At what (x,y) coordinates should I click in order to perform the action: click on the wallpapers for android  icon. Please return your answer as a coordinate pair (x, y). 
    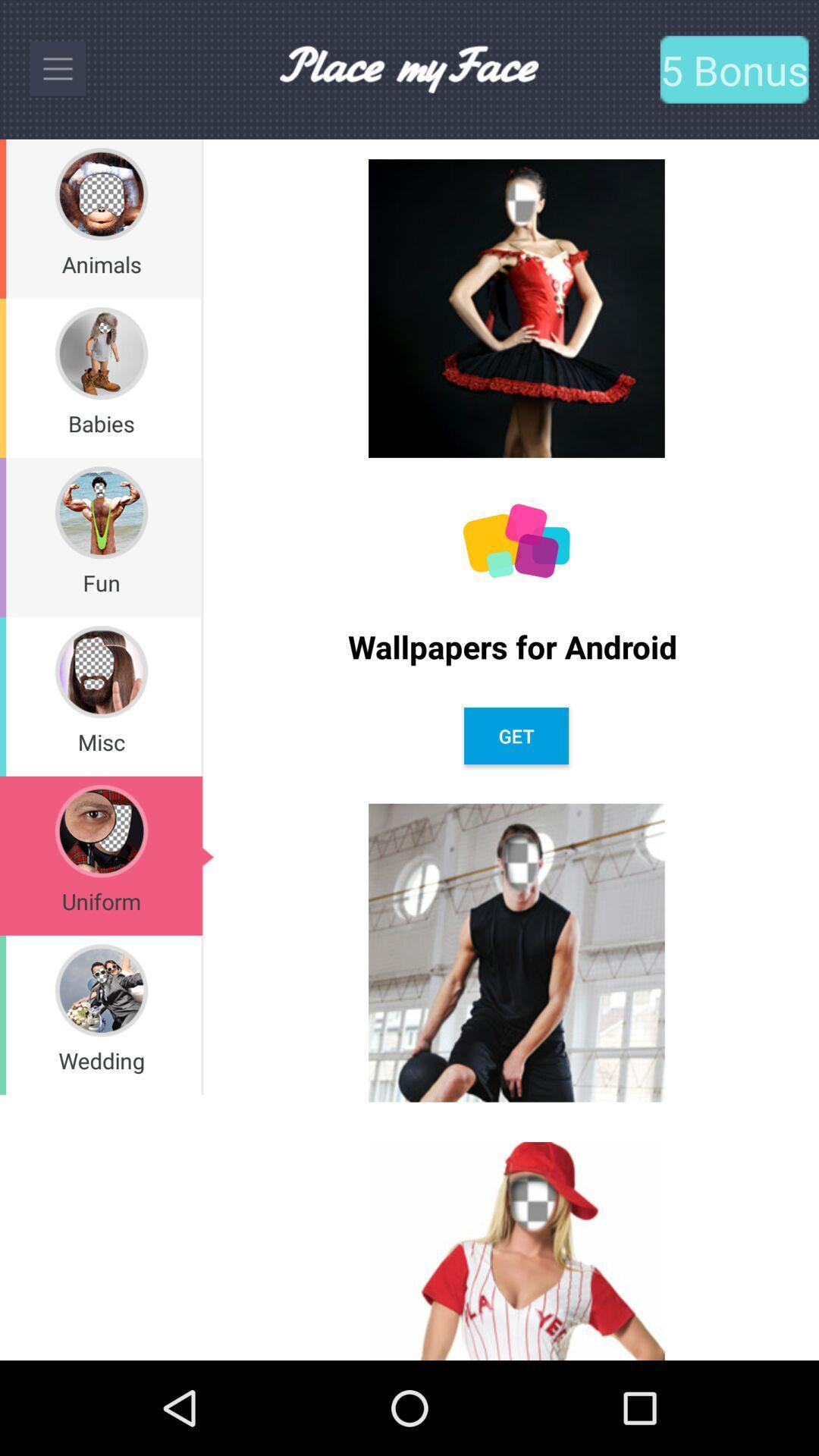
    Looking at the image, I should click on (516, 646).